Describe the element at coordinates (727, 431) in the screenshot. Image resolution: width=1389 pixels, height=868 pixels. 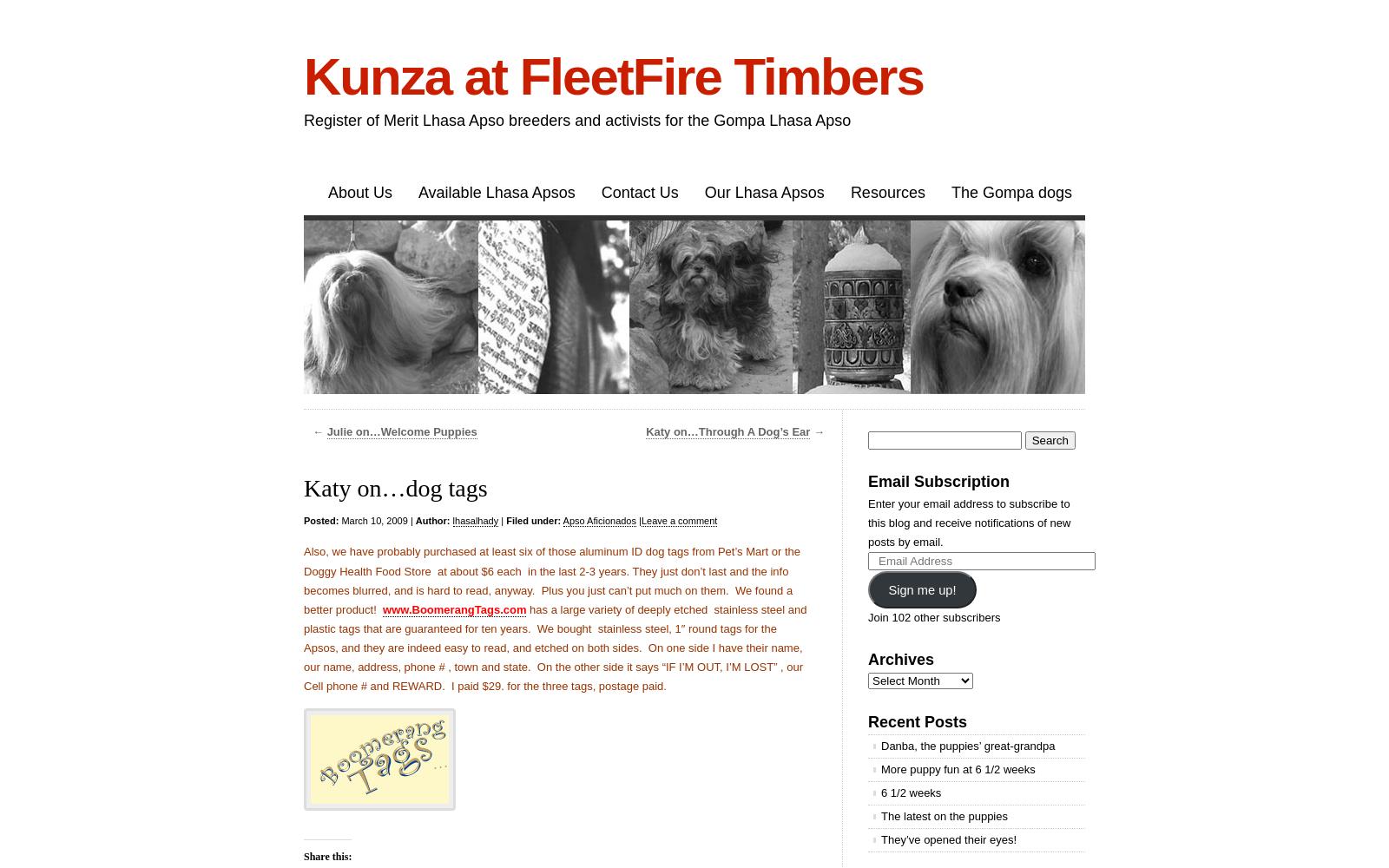
I see `'Katy on…Through A Dog’s Ear'` at that location.